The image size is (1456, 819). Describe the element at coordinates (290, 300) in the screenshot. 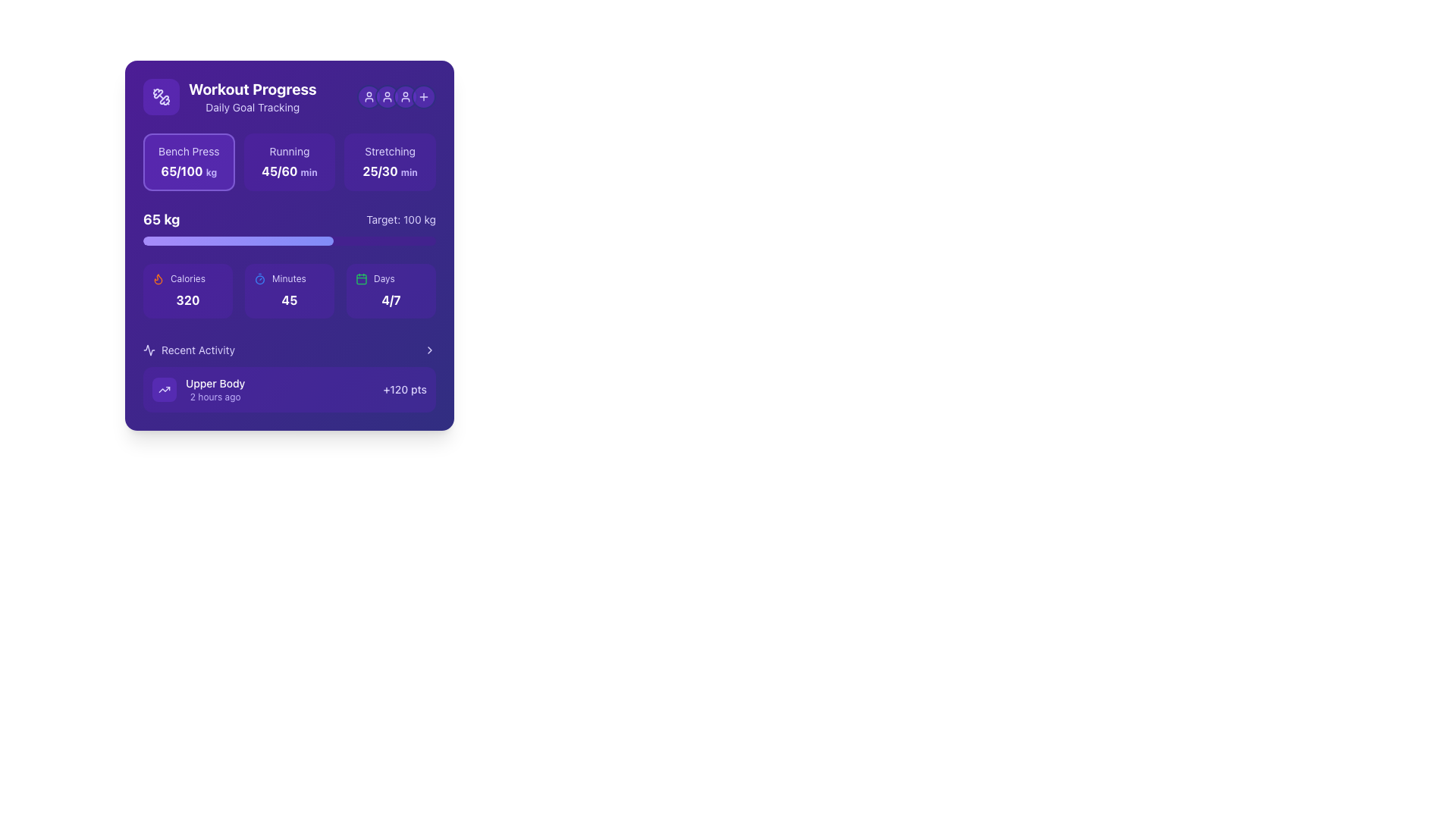

I see `the numerical value '45' displayed in bold white text on a purple background, located in the bottom-left quadrant of the main card interface under the 'Minutes' label` at that location.